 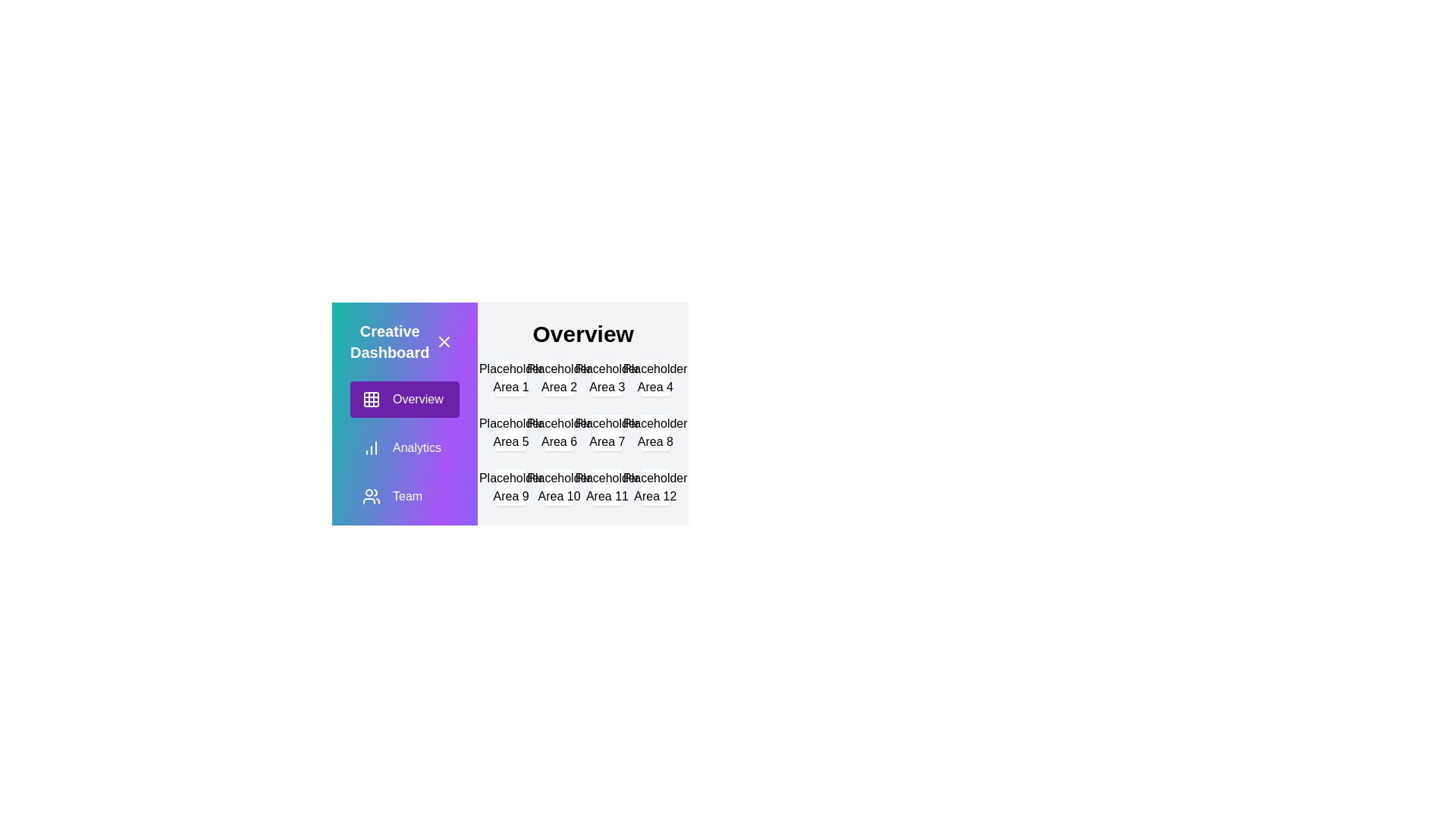 I want to click on the menu item Team to observe the visual feedback, so click(x=404, y=497).